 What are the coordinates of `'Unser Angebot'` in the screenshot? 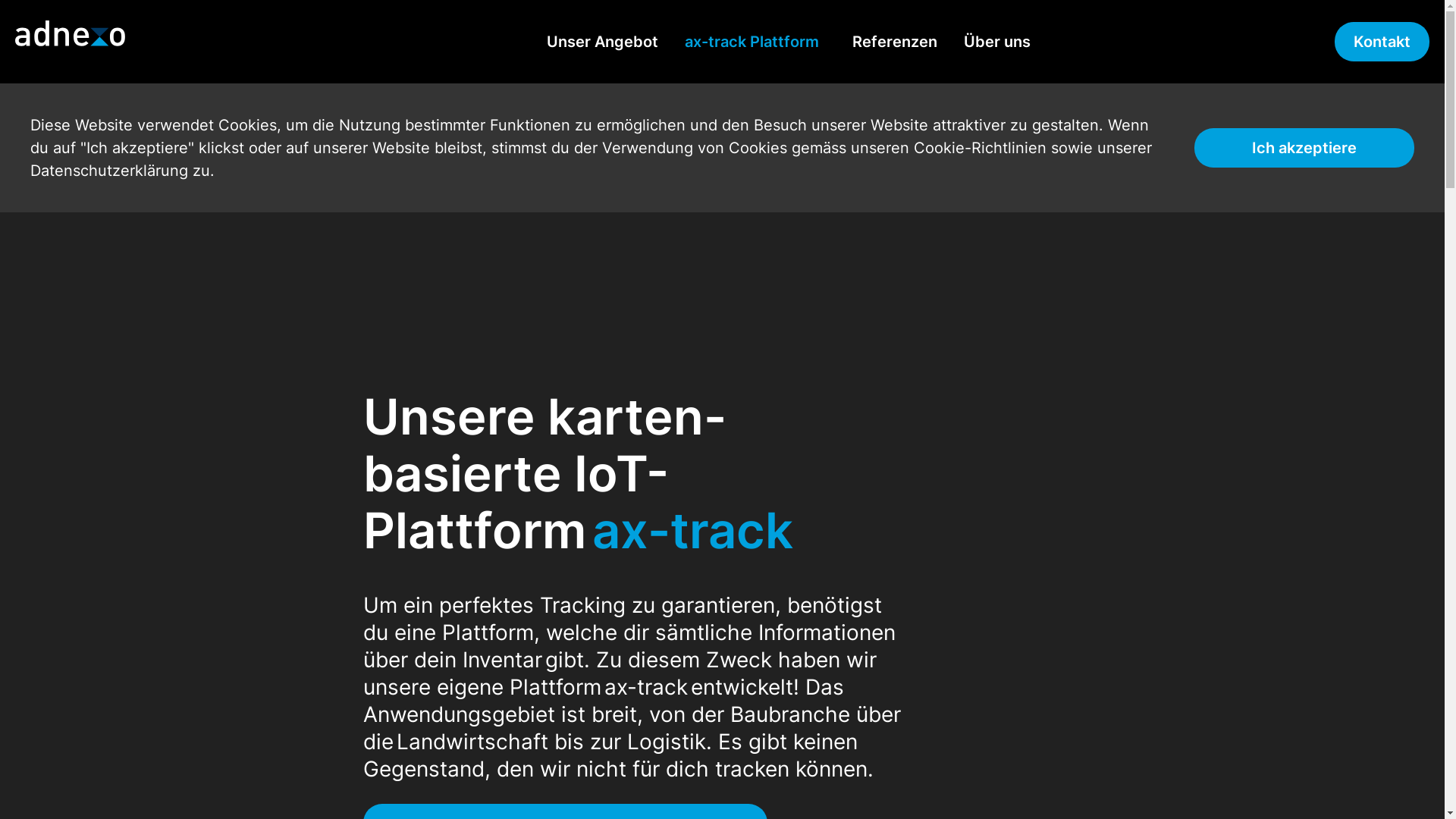 It's located at (601, 40).